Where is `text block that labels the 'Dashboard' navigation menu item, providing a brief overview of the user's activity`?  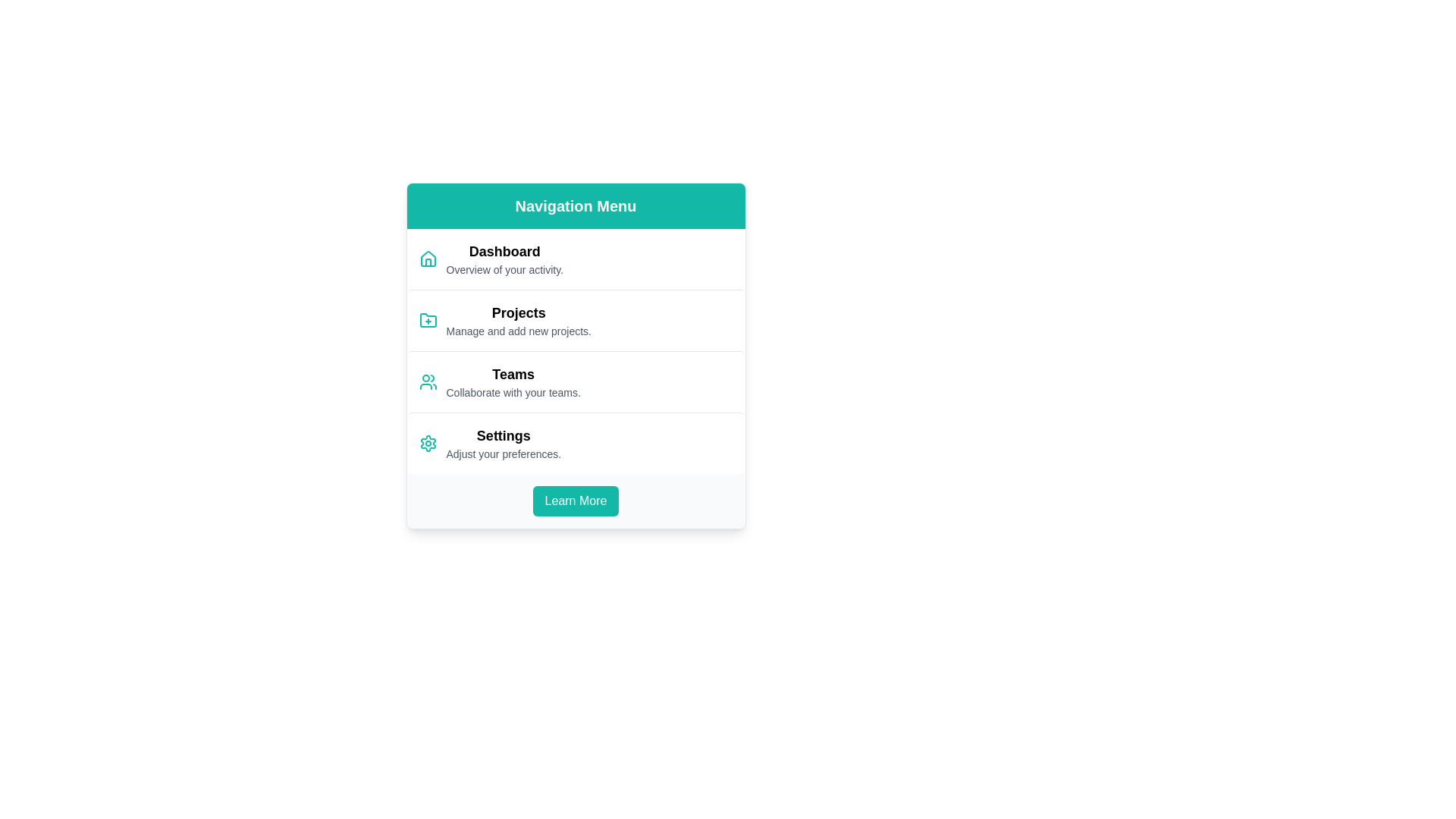 text block that labels the 'Dashboard' navigation menu item, providing a brief overview of the user's activity is located at coordinates (504, 259).